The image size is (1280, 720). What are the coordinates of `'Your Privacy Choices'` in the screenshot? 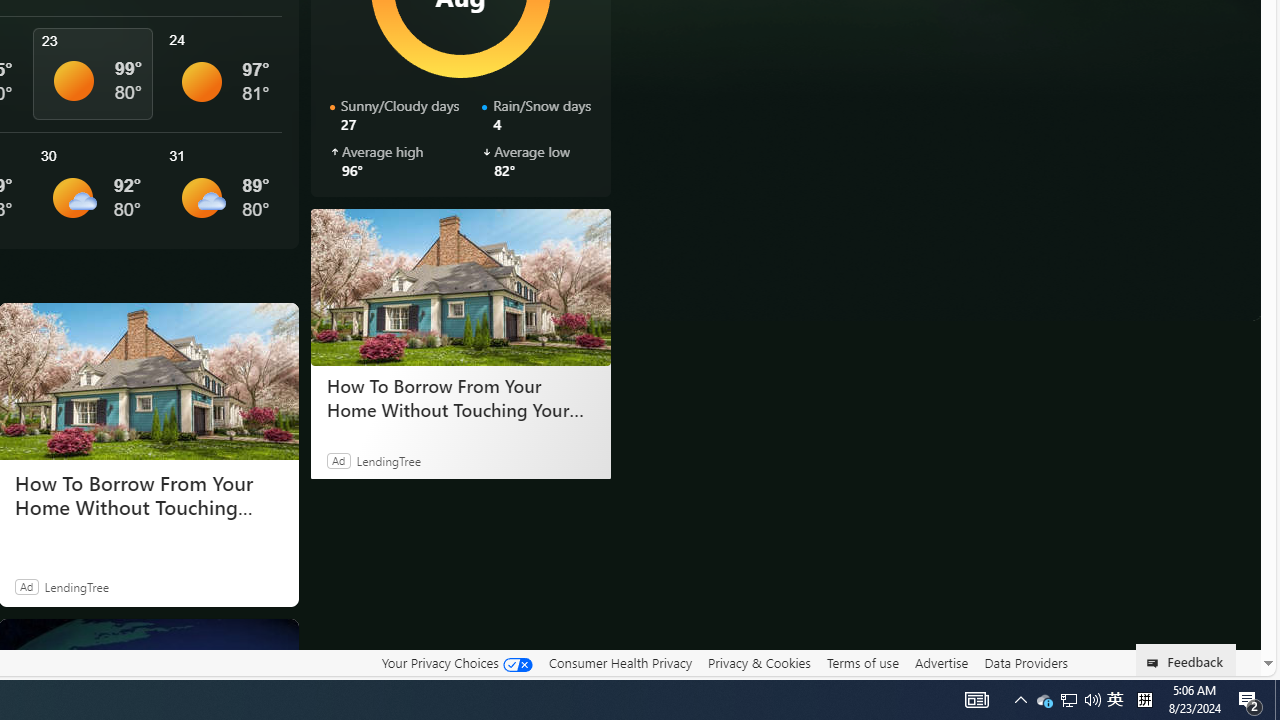 It's located at (455, 663).